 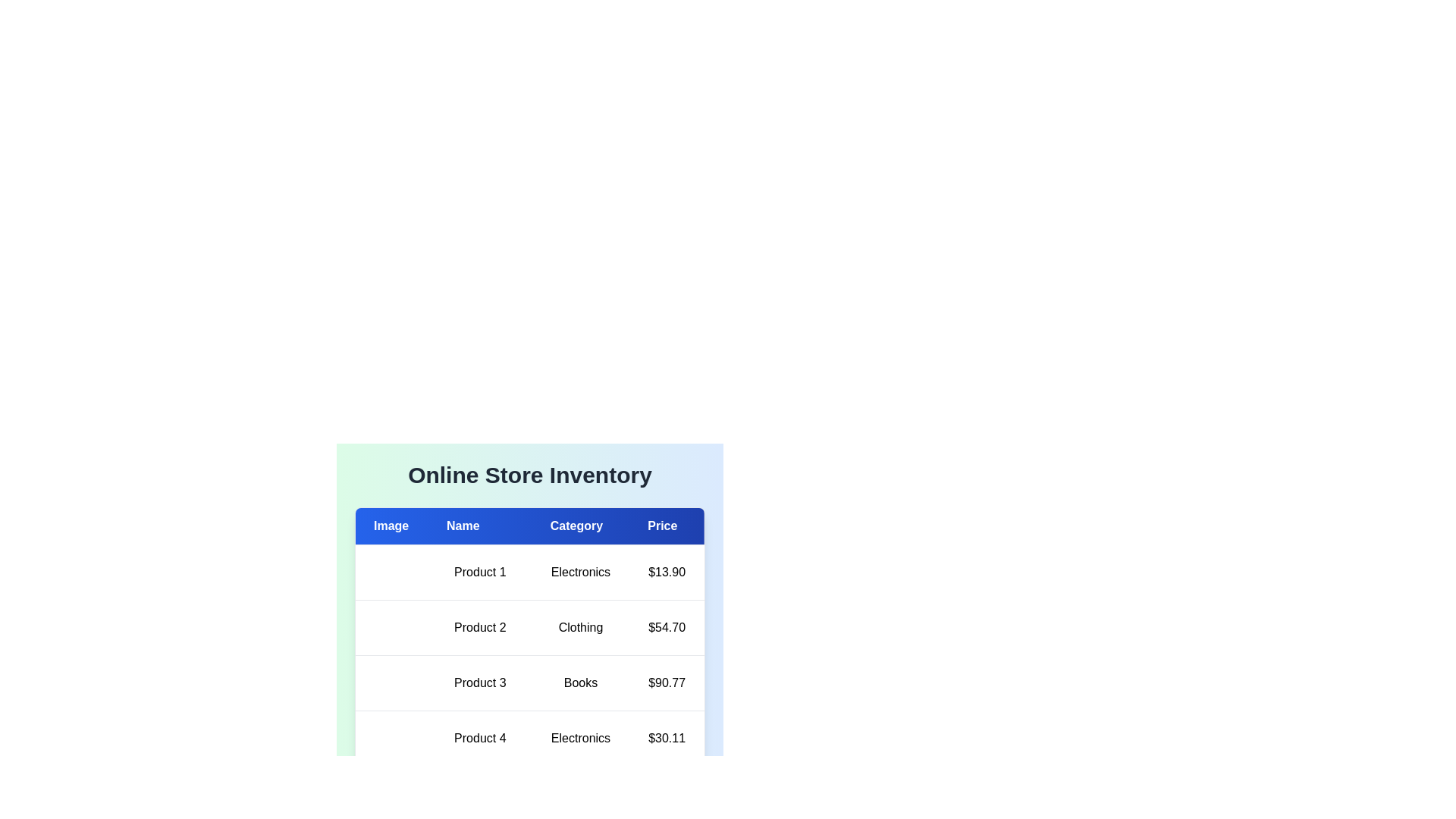 What do you see at coordinates (667, 526) in the screenshot?
I see `the column header to sort the table by Price` at bounding box center [667, 526].